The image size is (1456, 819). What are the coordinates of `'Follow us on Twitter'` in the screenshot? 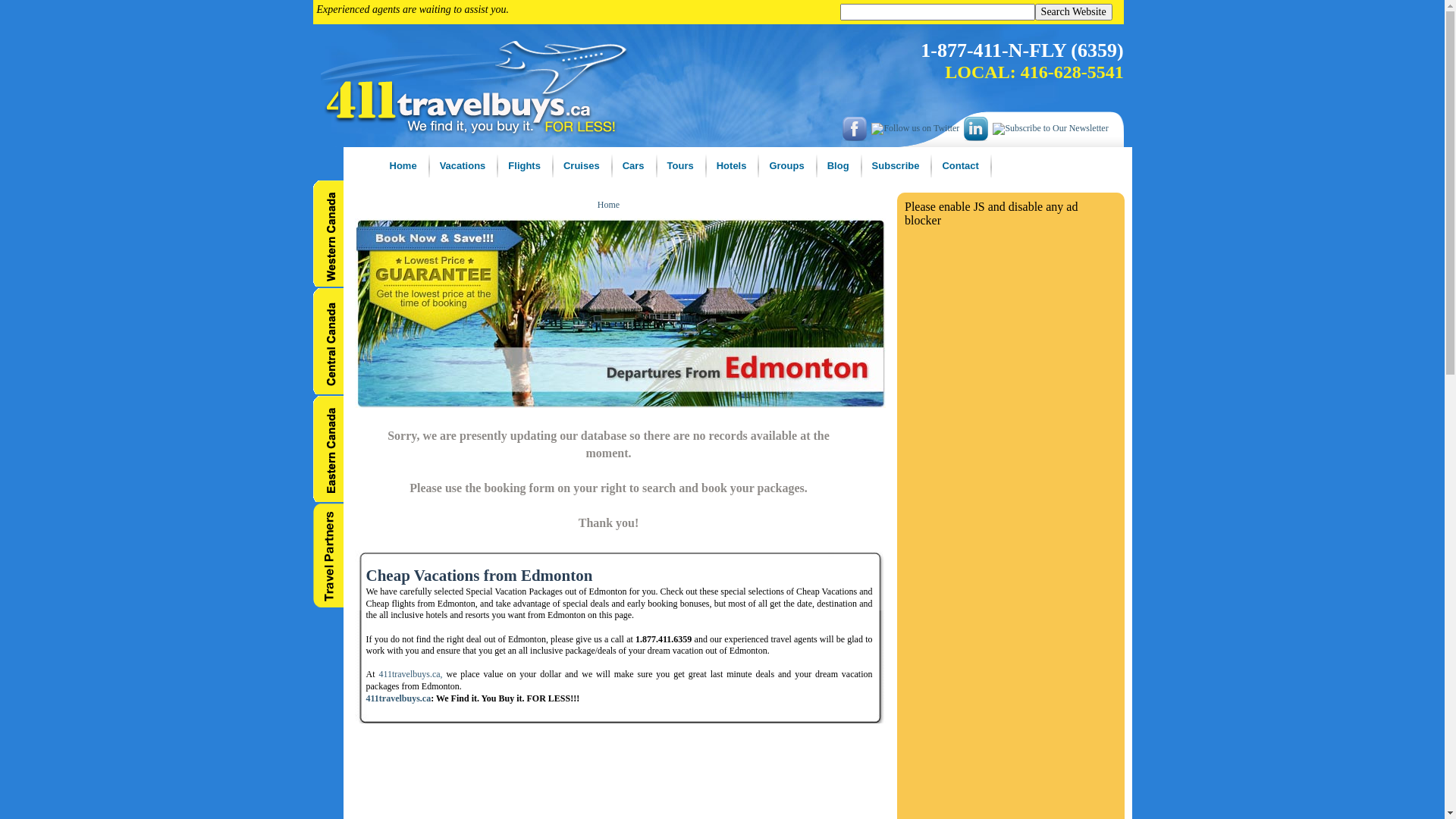 It's located at (916, 127).